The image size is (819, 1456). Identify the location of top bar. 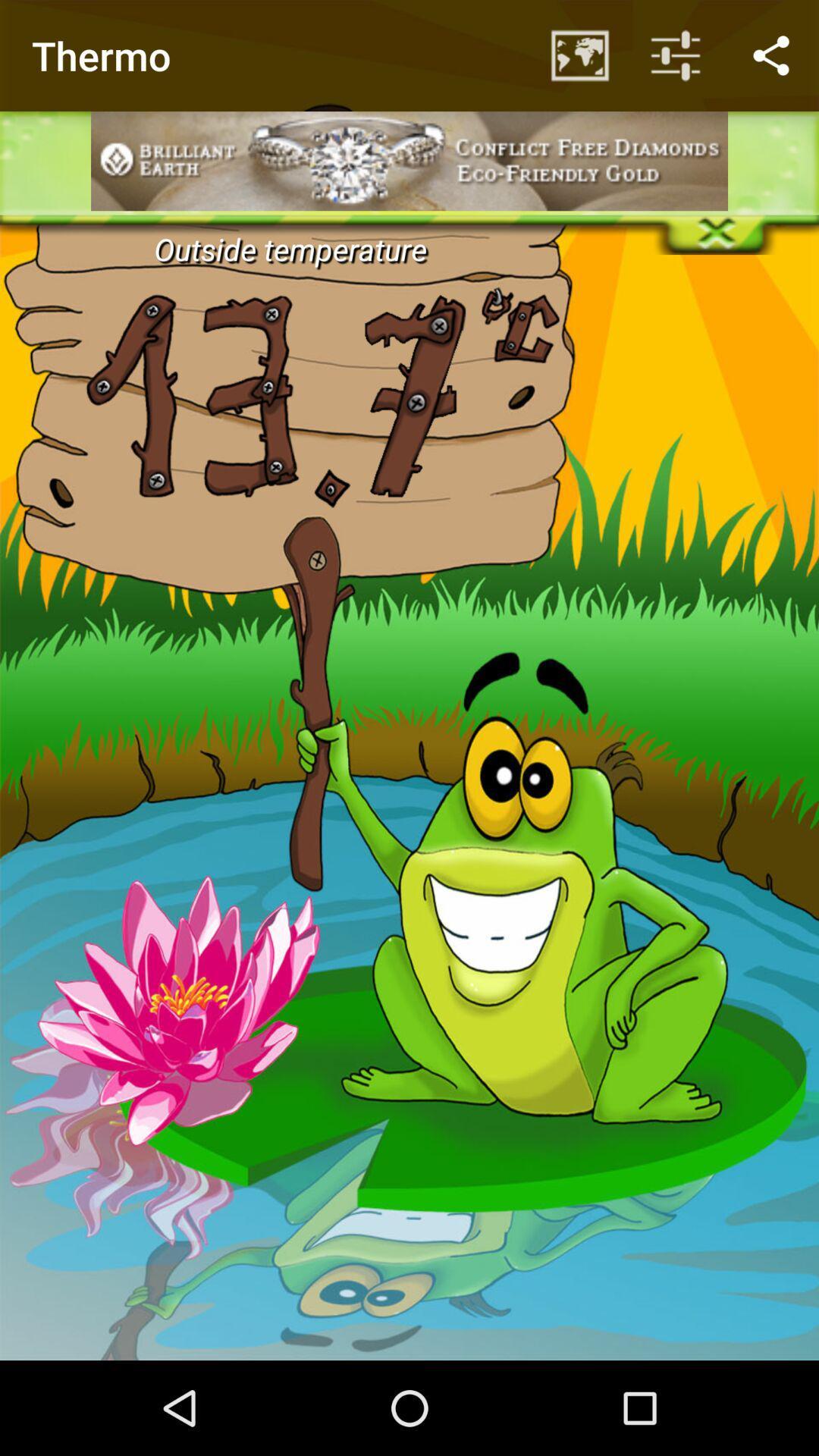
(409, 49).